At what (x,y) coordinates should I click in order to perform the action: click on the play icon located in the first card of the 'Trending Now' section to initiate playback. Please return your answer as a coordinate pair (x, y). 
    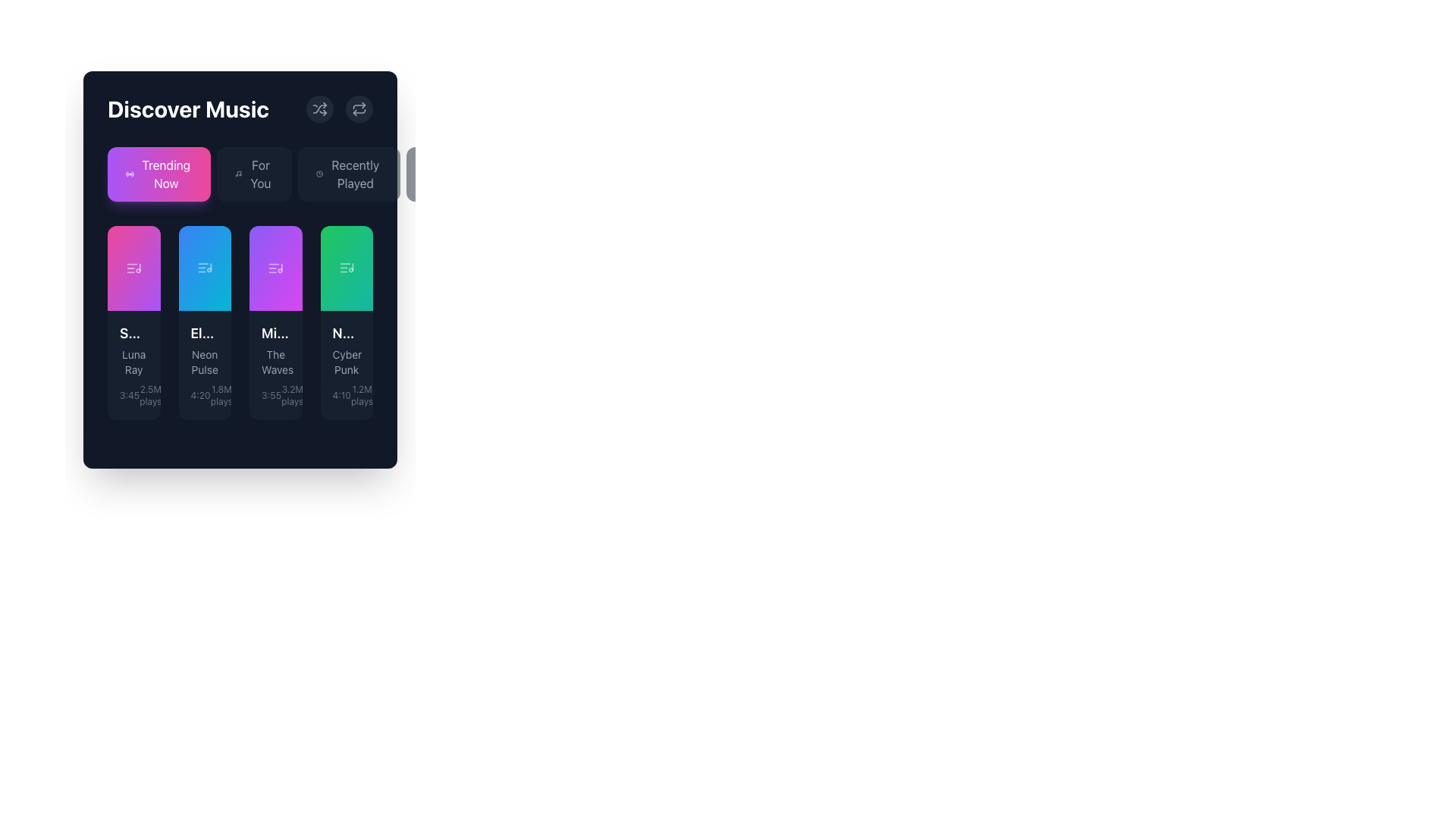
    Looking at the image, I should click on (135, 268).